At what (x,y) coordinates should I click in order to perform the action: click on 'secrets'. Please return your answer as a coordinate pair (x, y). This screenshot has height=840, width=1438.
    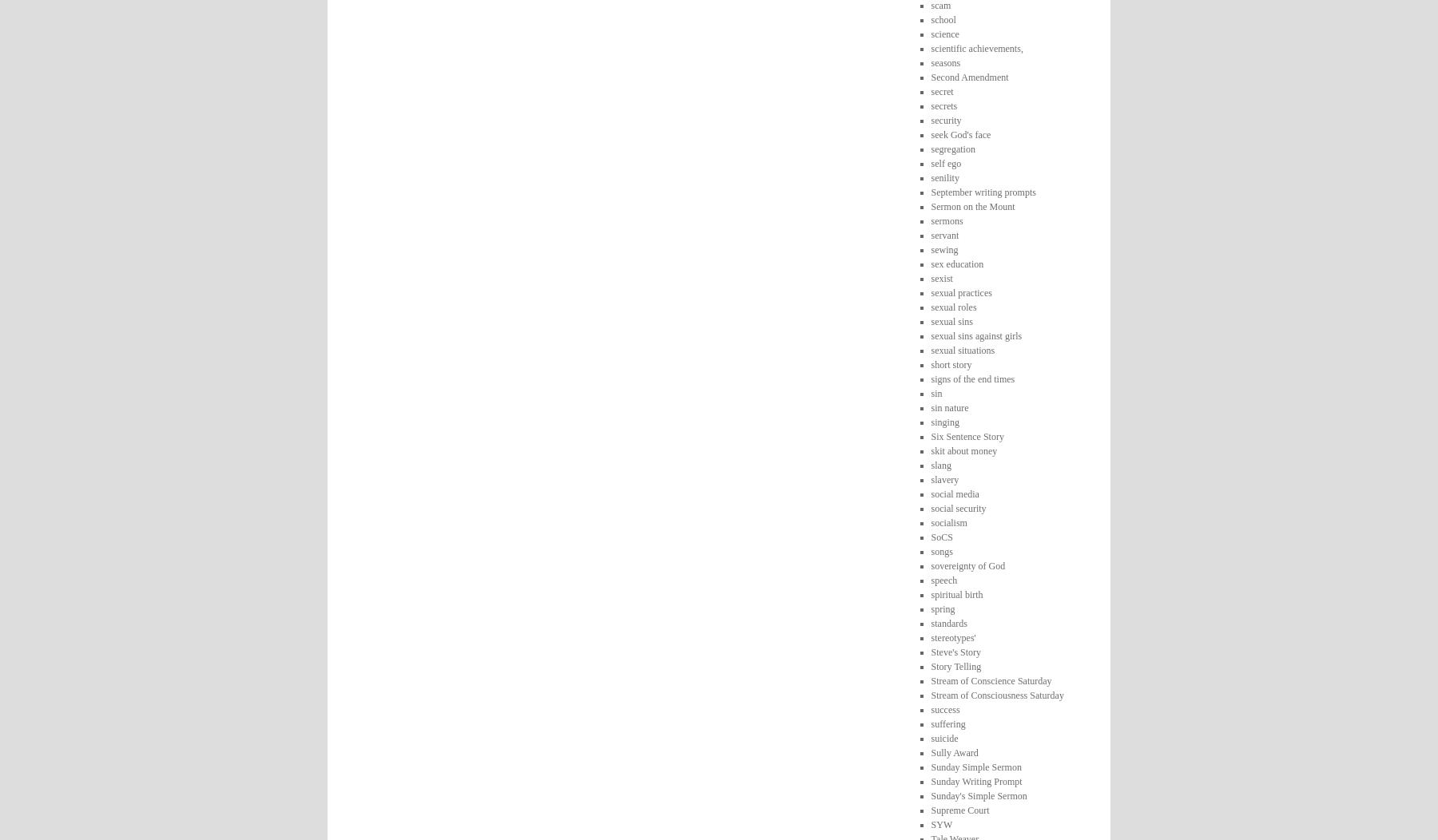
    Looking at the image, I should click on (943, 105).